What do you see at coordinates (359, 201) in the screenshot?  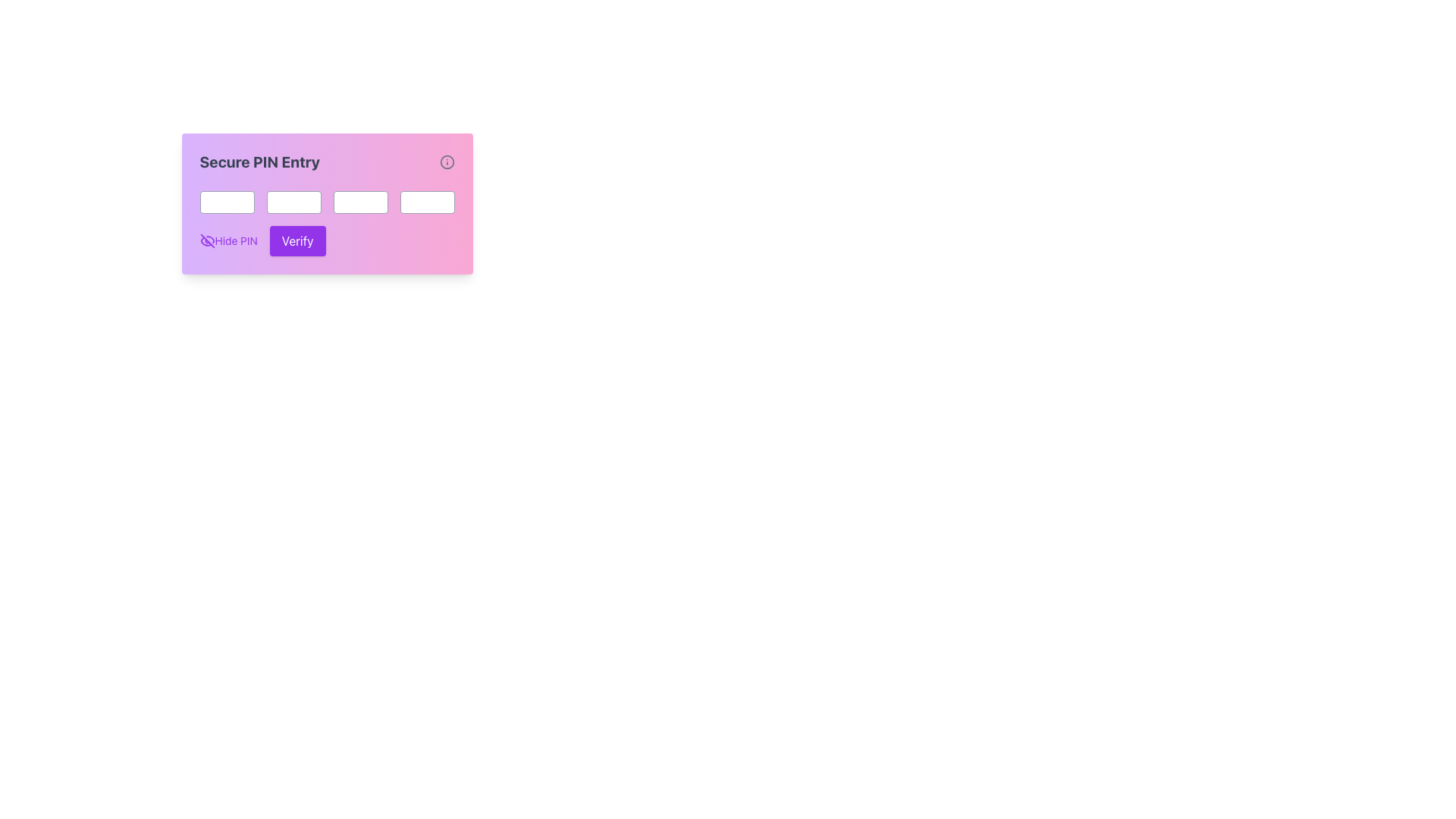 I see `the single-character input box with a white background and light gray border to focus on it` at bounding box center [359, 201].